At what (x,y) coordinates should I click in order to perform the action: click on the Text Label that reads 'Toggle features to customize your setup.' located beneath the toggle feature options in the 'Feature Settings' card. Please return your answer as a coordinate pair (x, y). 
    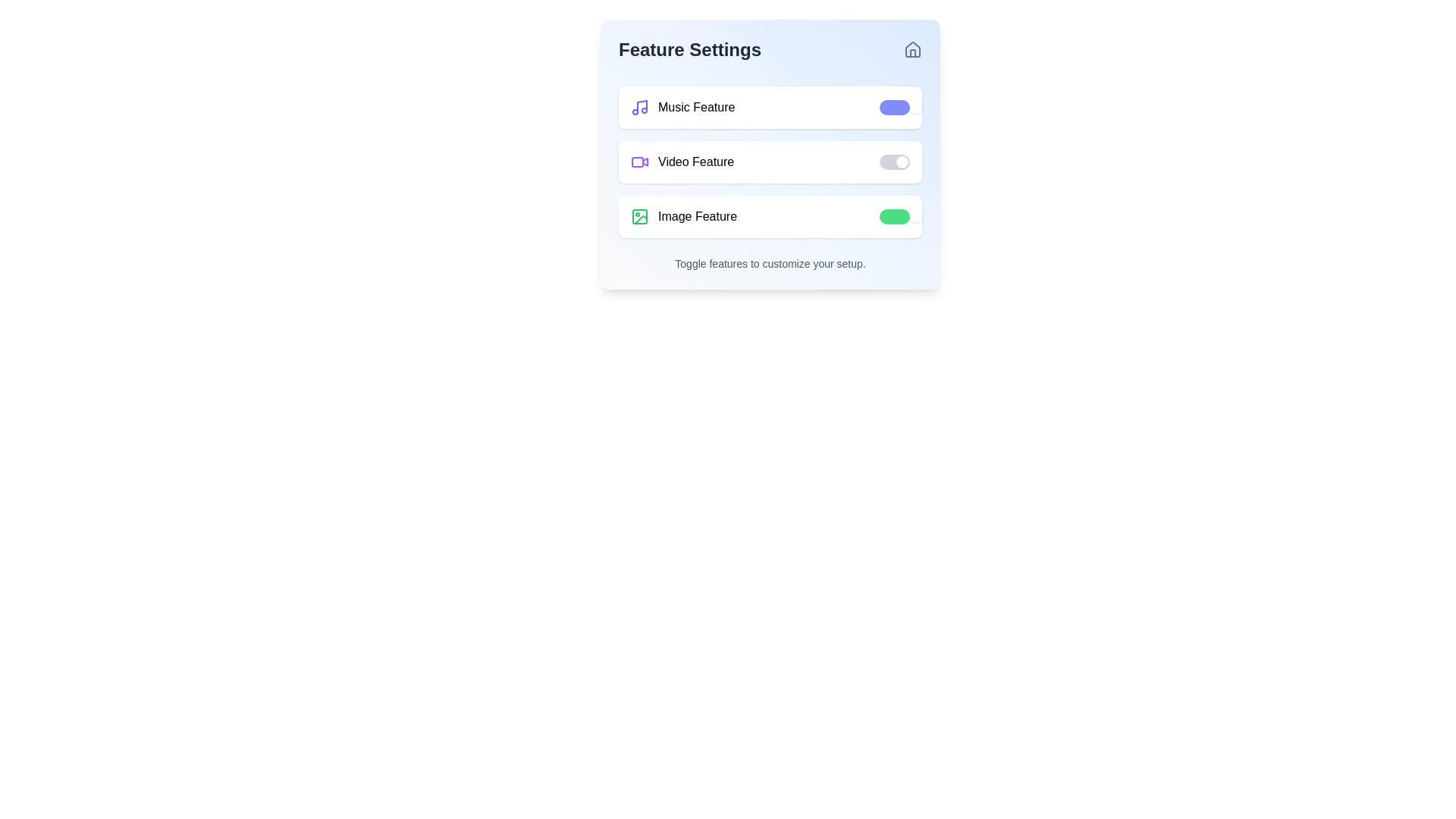
    Looking at the image, I should click on (770, 262).